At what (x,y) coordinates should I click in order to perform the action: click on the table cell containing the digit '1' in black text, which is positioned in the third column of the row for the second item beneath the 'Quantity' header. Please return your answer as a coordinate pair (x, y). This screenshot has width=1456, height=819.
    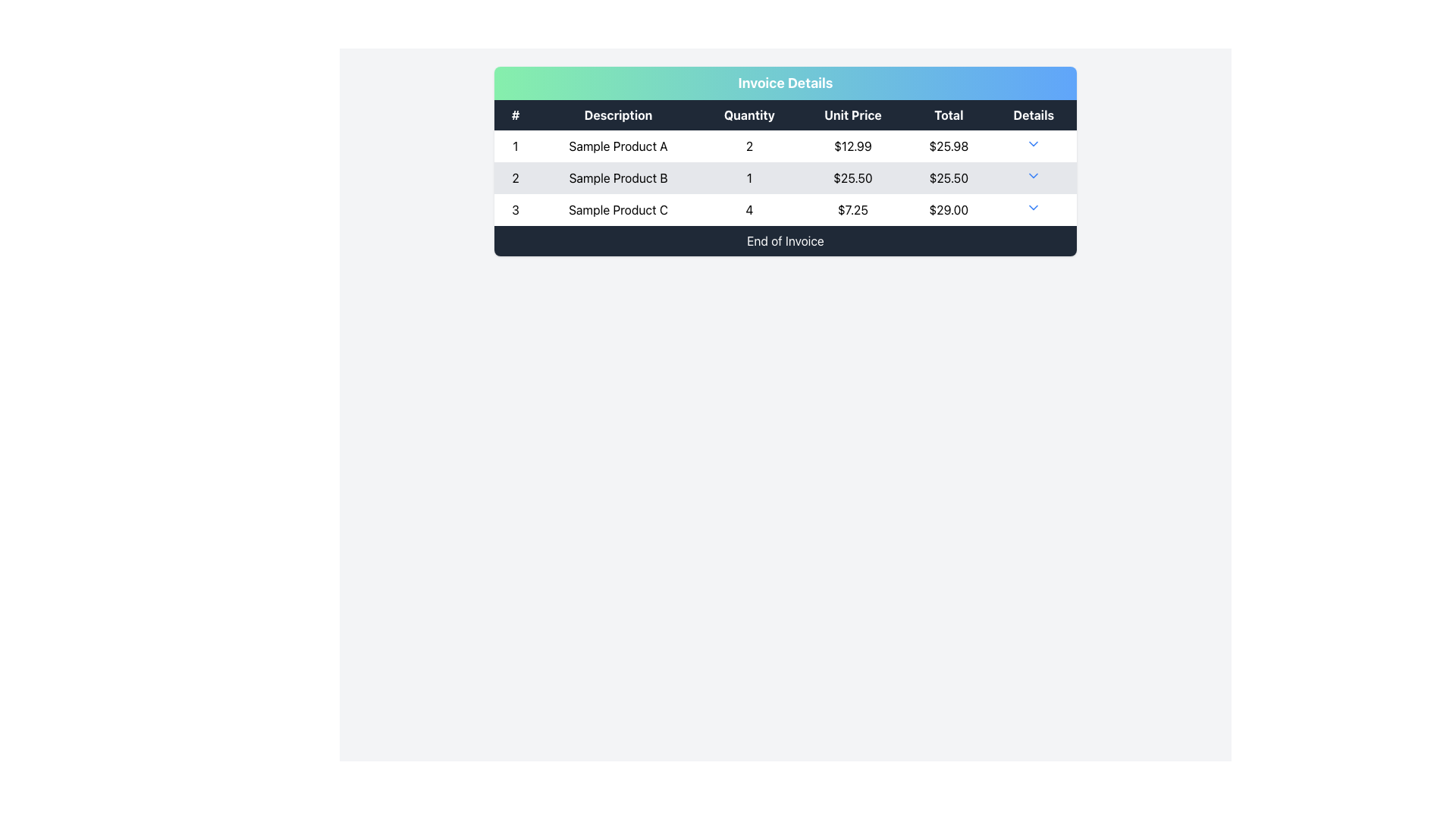
    Looking at the image, I should click on (749, 177).